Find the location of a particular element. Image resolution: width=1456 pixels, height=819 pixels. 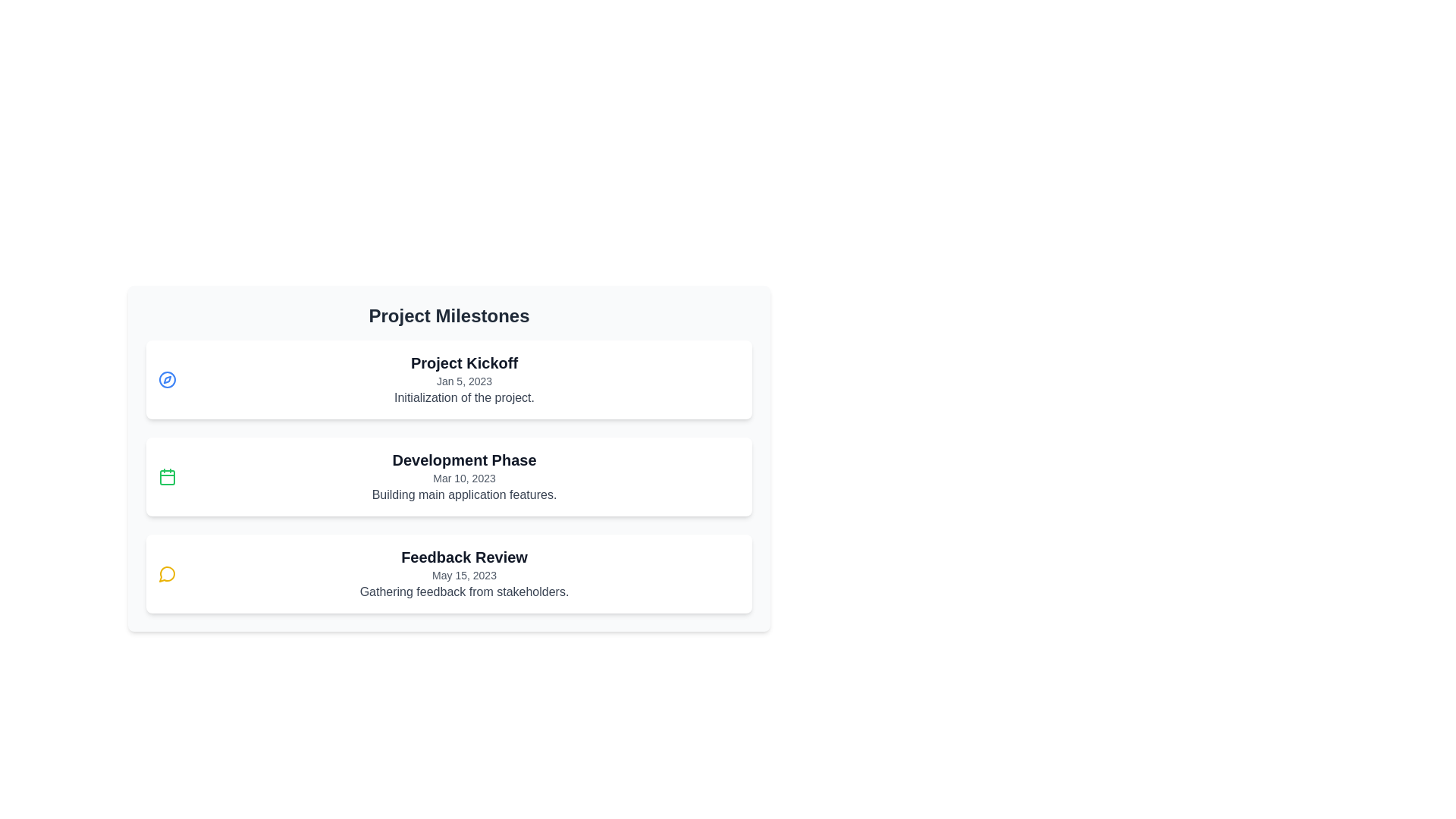

the text label displaying the date 'Mar 10, 2023' in a small gray font, located within the milestone card titled 'Development Phase' is located at coordinates (463, 479).